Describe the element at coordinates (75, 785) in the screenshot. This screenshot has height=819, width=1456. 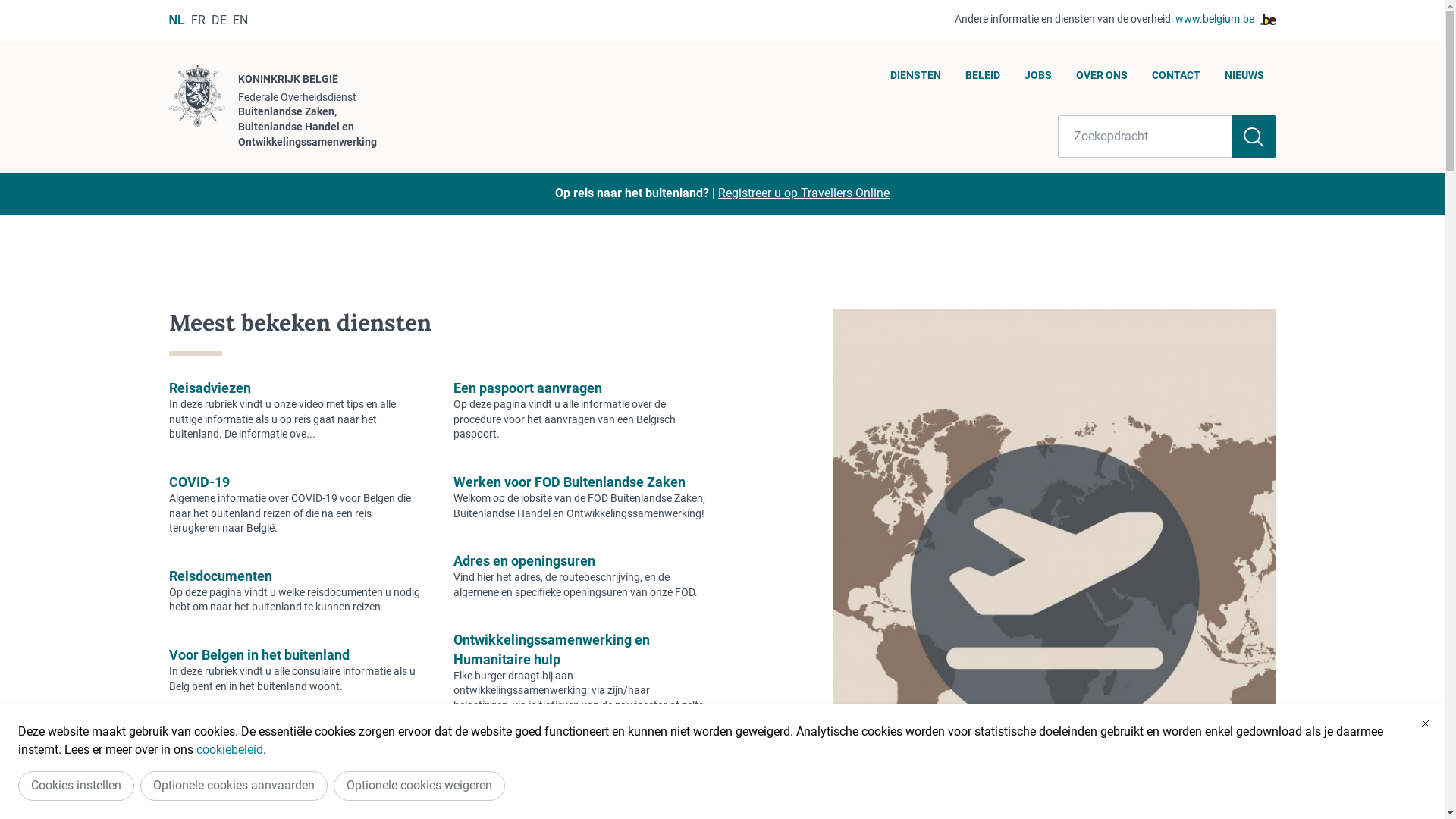
I see `'Cookies instellen'` at that location.